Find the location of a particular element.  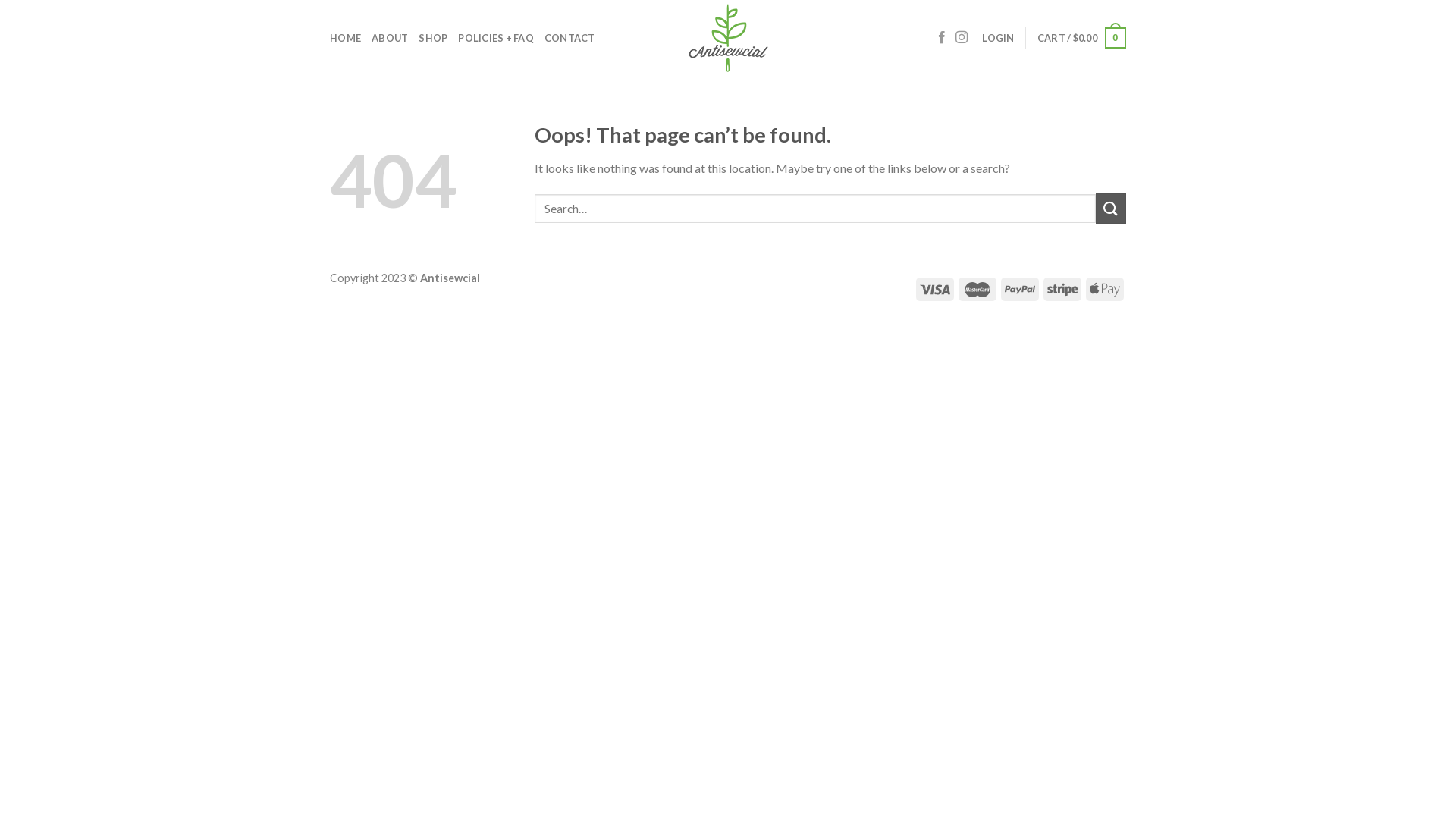

'POLICIES + FAQ' is located at coordinates (495, 37).